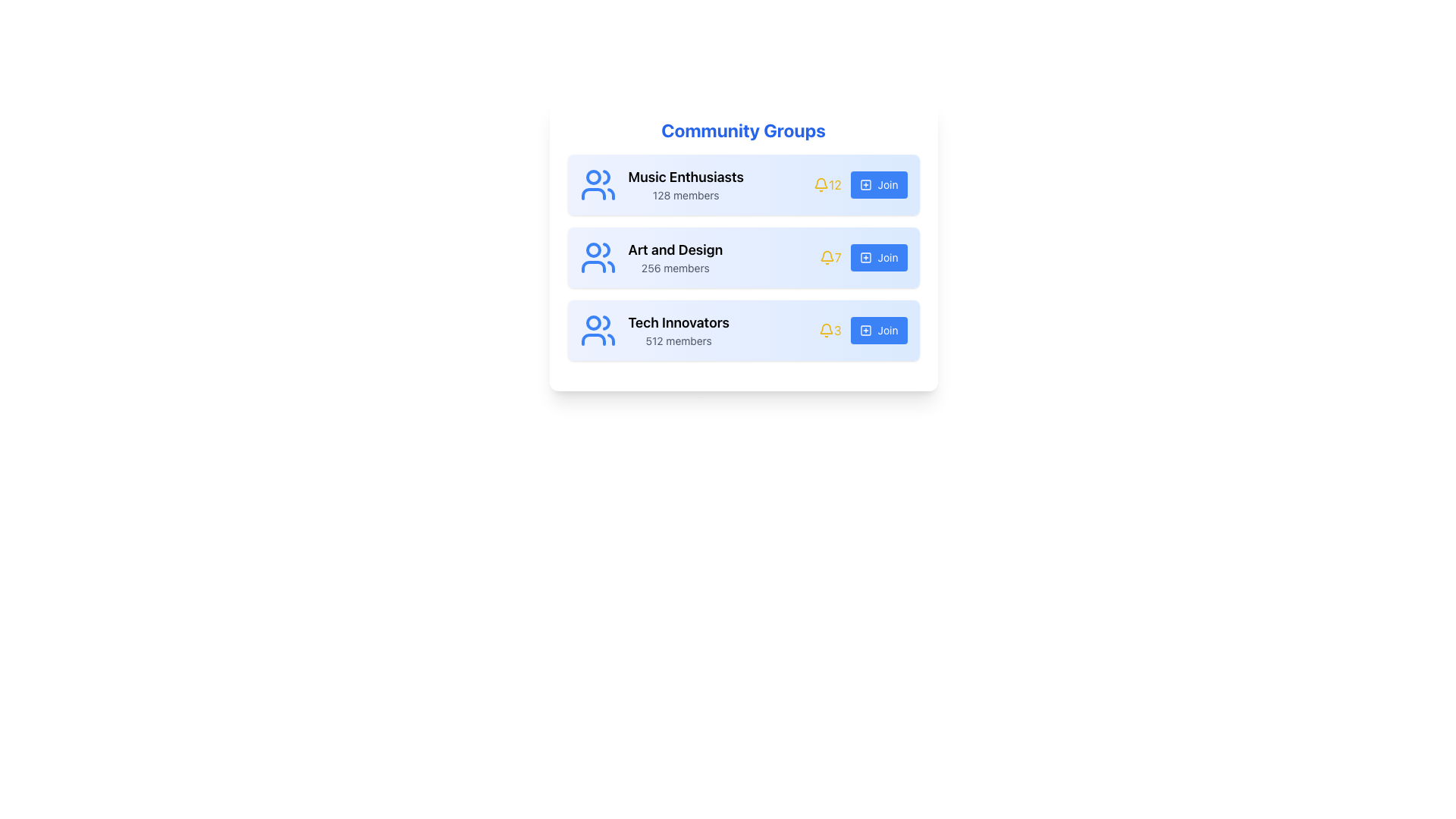 This screenshot has height=819, width=1456. I want to click on Notification indicator for the 'Tech Innovators' group, which is located on the right side of the group row before the 'Join' button, to understand or modify its design, so click(829, 329).